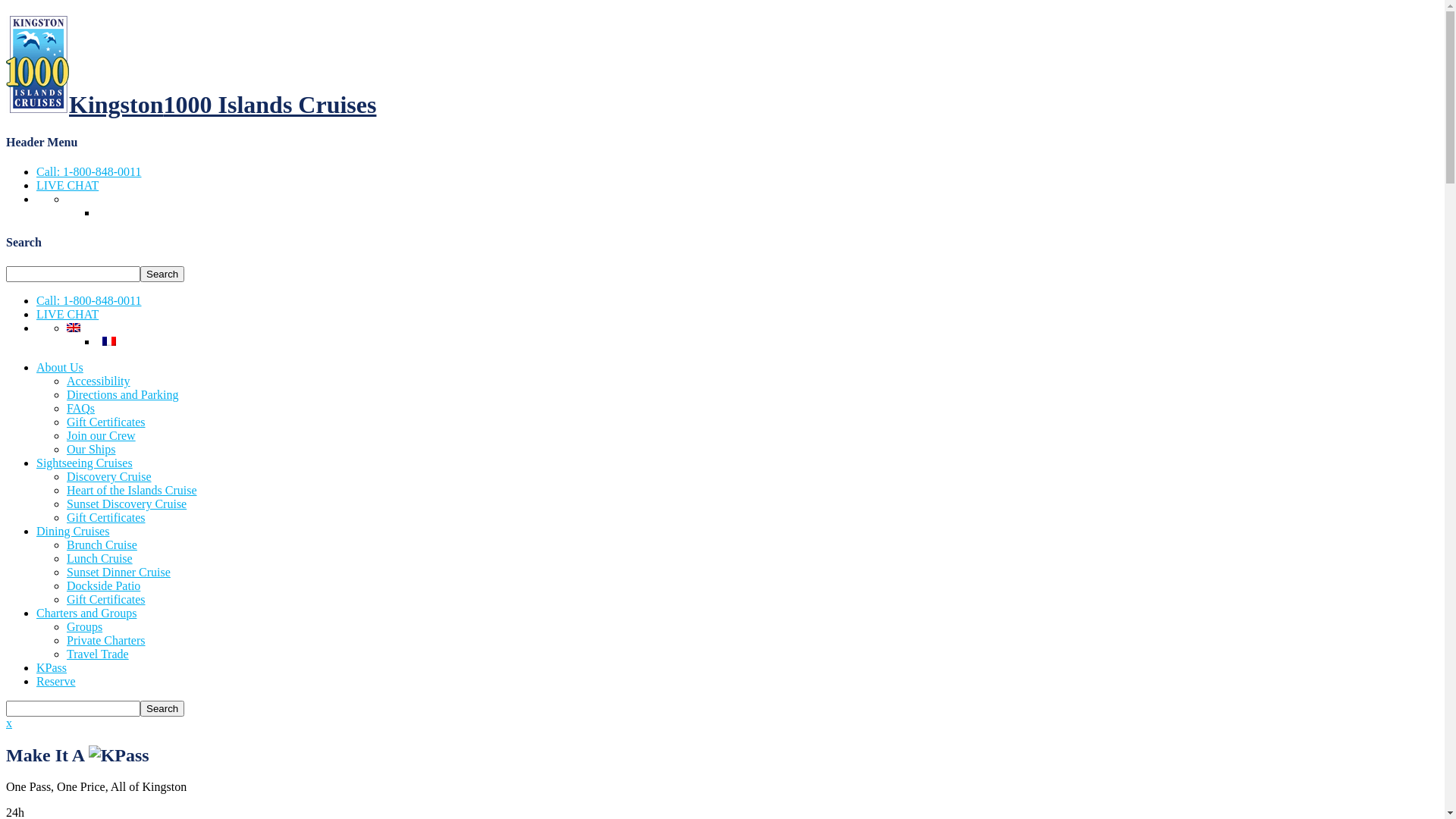  What do you see at coordinates (127, 504) in the screenshot?
I see `'Sunset Discovery Cruise'` at bounding box center [127, 504].